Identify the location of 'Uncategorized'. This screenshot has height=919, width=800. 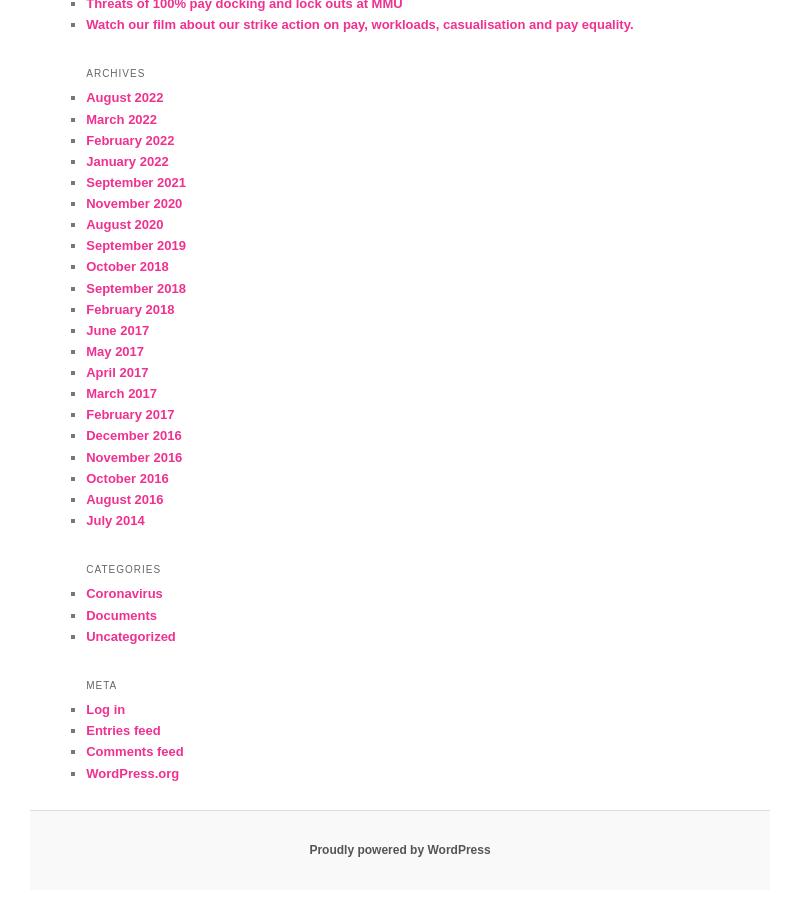
(129, 635).